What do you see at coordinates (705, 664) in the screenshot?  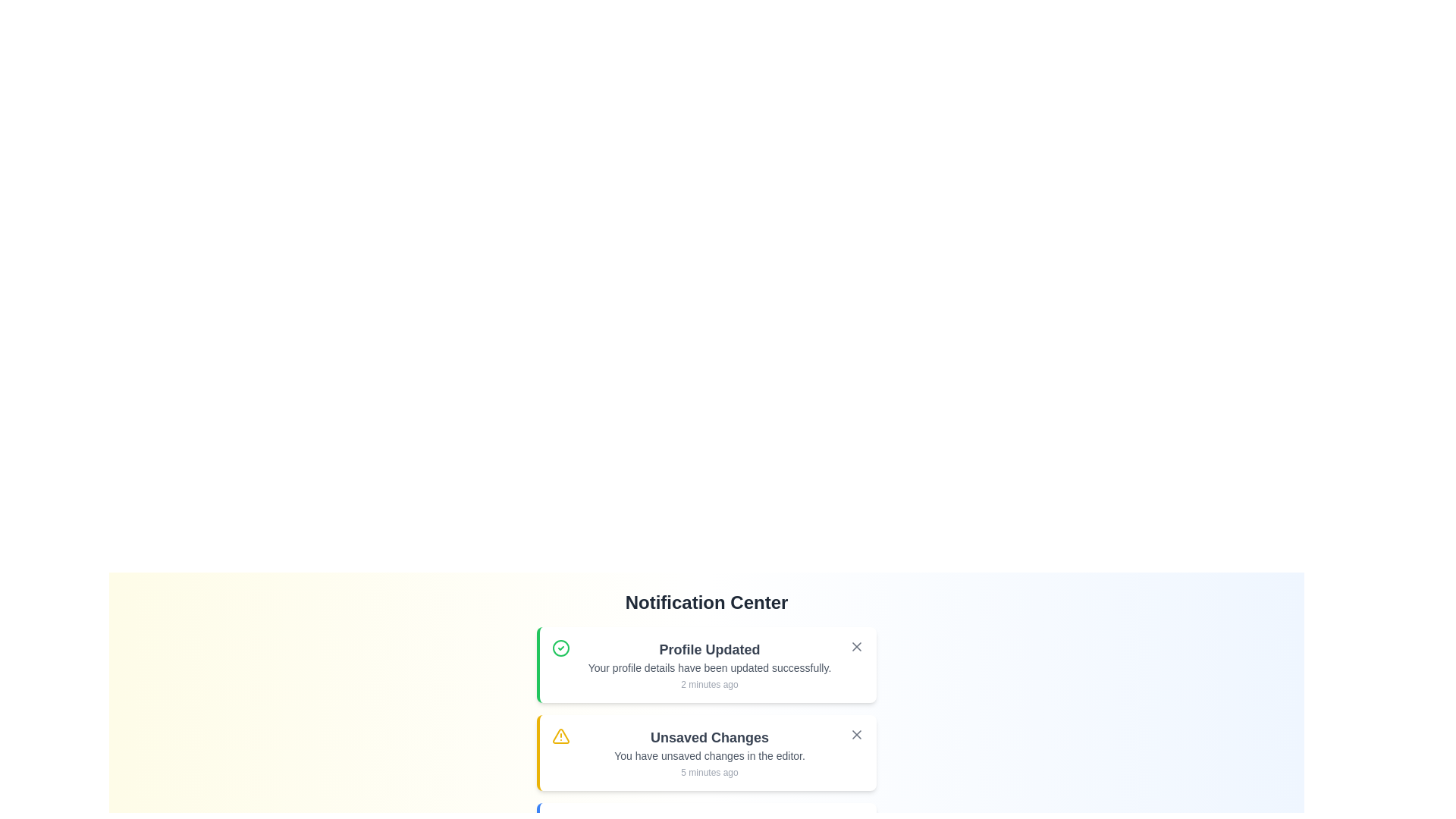 I see `the notification titled 'Profile Updated'` at bounding box center [705, 664].